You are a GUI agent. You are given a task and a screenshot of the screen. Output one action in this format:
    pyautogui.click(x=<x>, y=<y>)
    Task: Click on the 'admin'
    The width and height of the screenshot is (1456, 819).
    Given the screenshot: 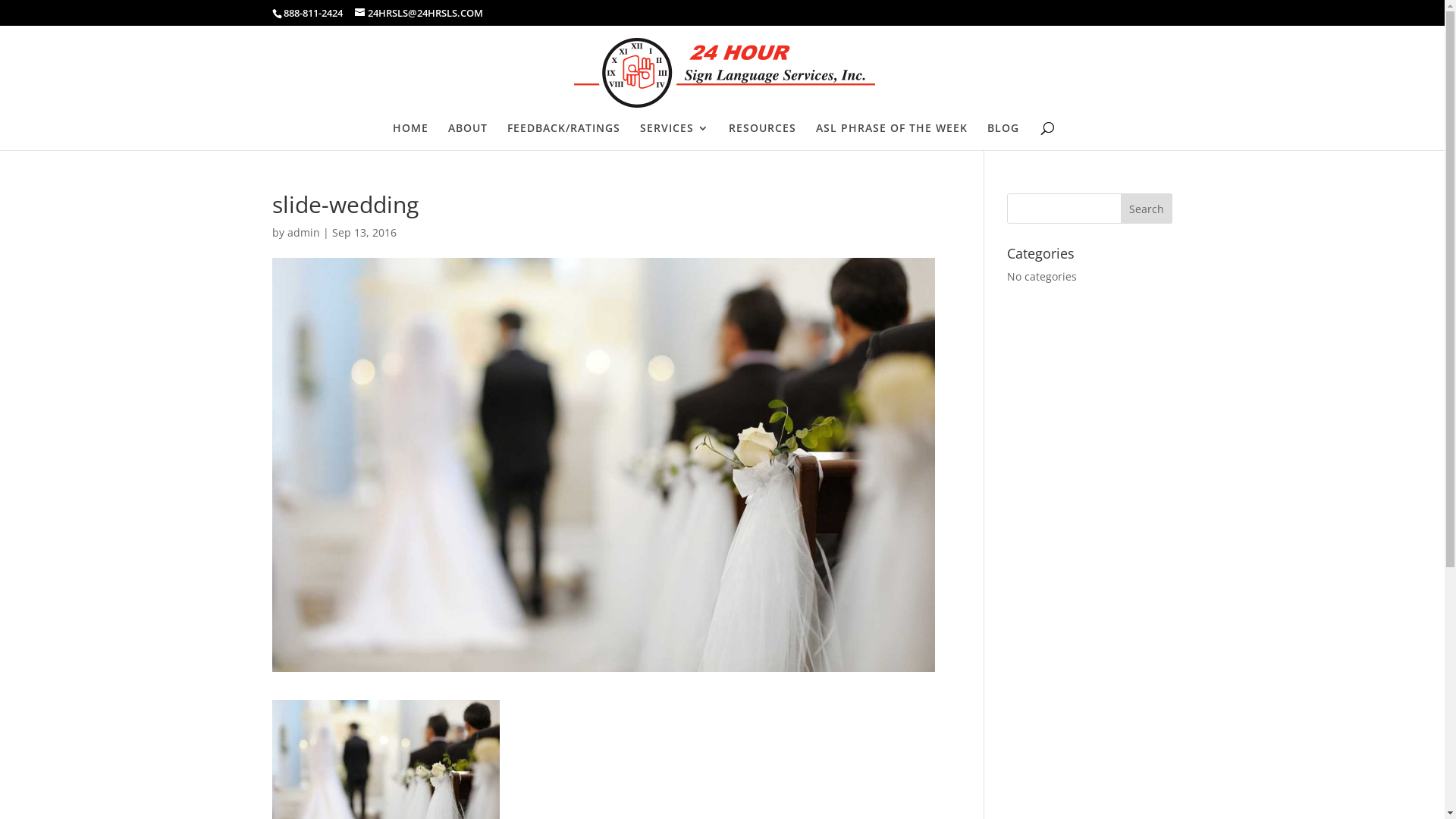 What is the action you would take?
    pyautogui.click(x=287, y=232)
    